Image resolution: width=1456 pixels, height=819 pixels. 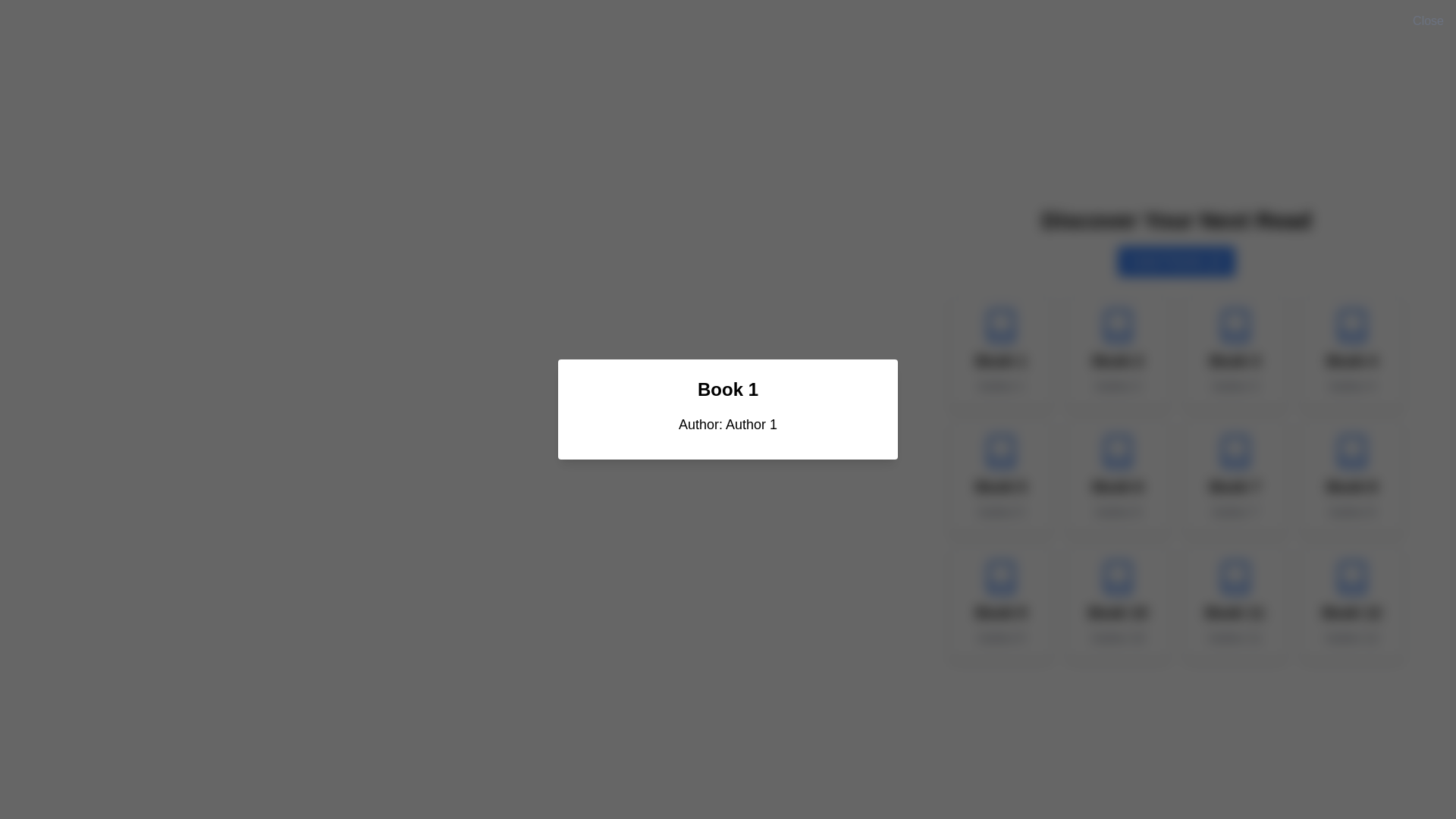 What do you see at coordinates (1216, 261) in the screenshot?
I see `the message square or chat bubble icon` at bounding box center [1216, 261].